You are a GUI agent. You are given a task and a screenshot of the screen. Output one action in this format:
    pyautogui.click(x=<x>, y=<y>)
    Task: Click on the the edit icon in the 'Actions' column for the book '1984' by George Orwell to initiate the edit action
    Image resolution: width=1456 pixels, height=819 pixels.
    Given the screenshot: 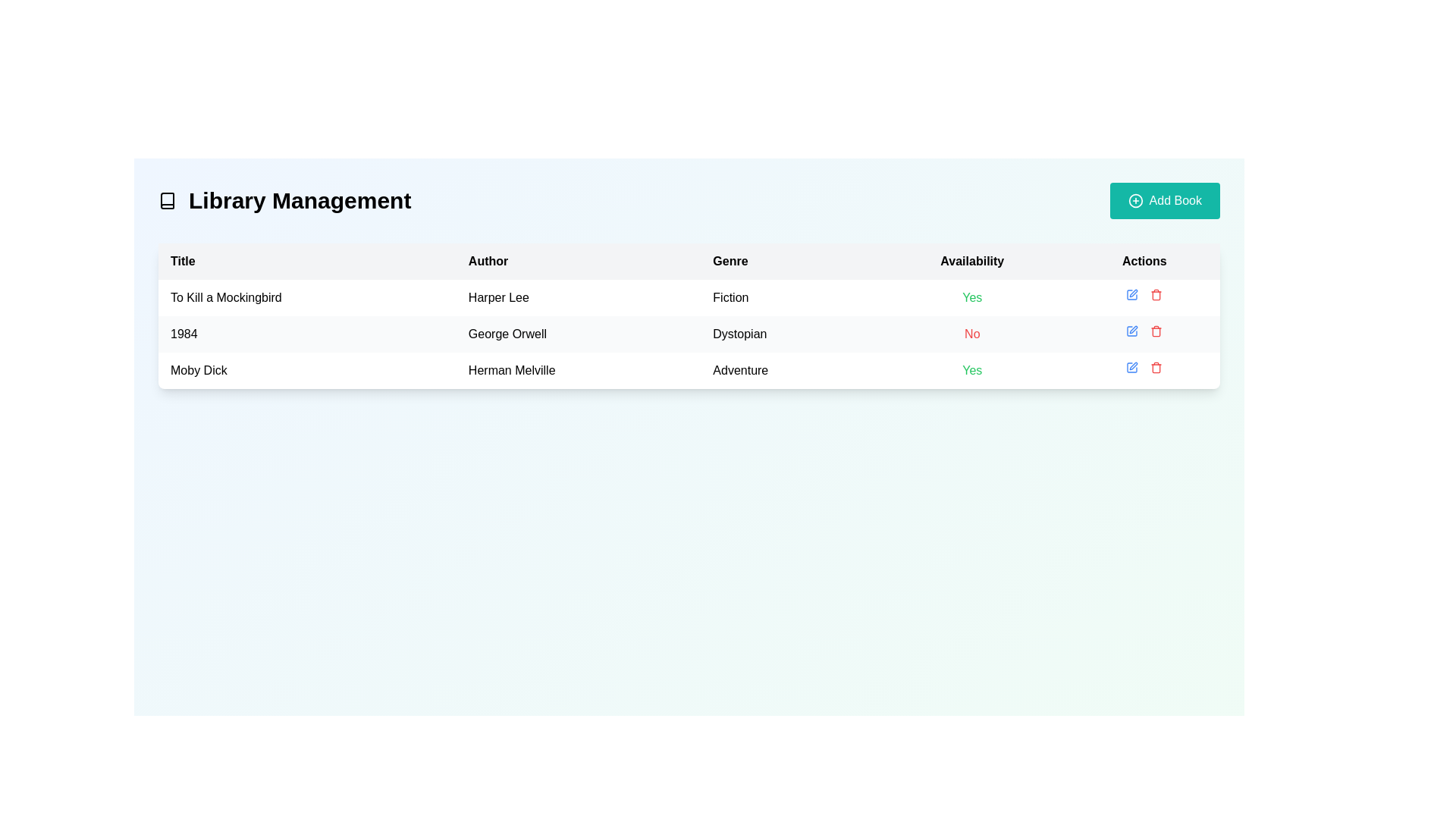 What is the action you would take?
    pyautogui.click(x=1134, y=293)
    